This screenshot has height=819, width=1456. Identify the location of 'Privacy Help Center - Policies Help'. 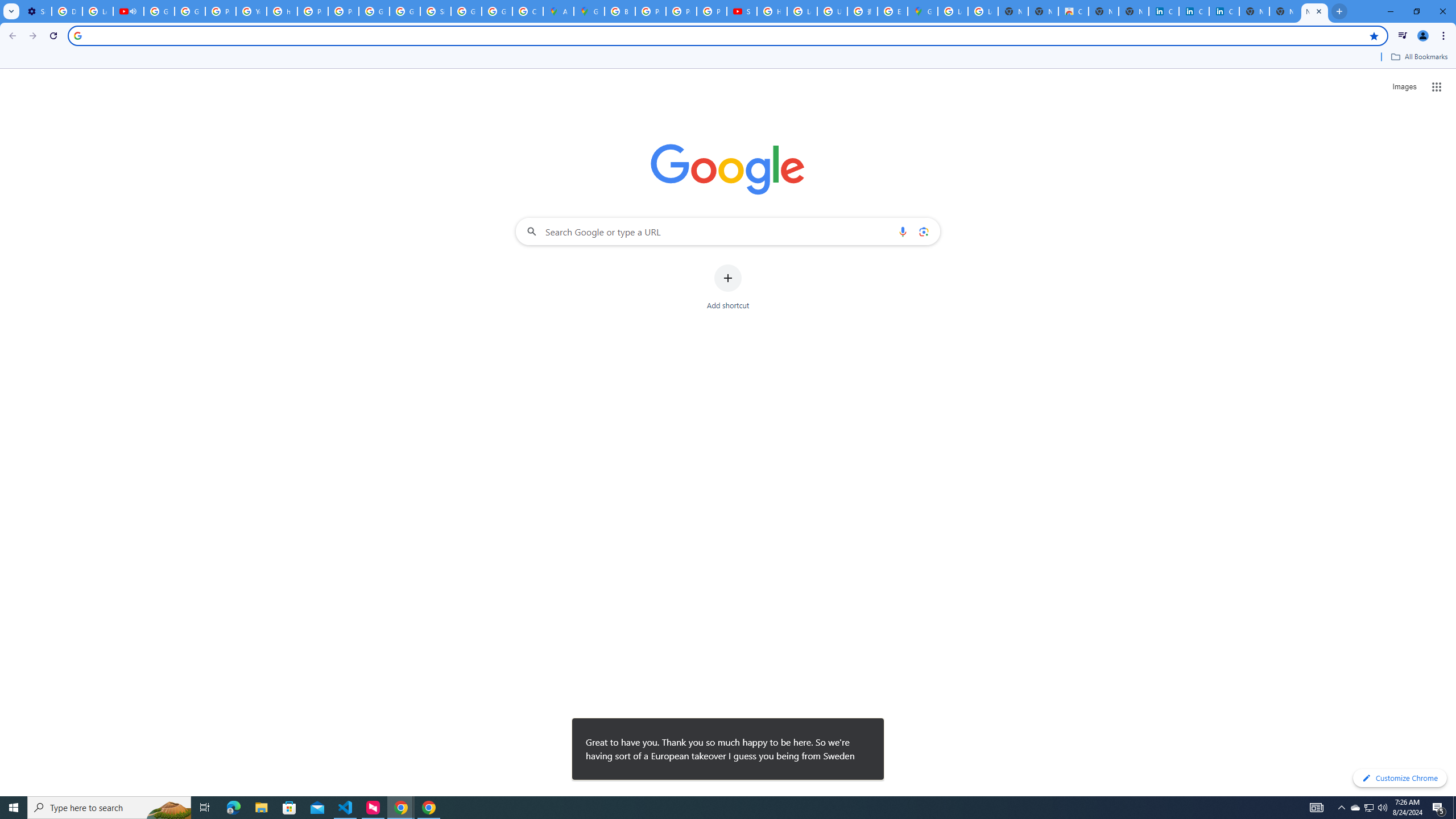
(651, 11).